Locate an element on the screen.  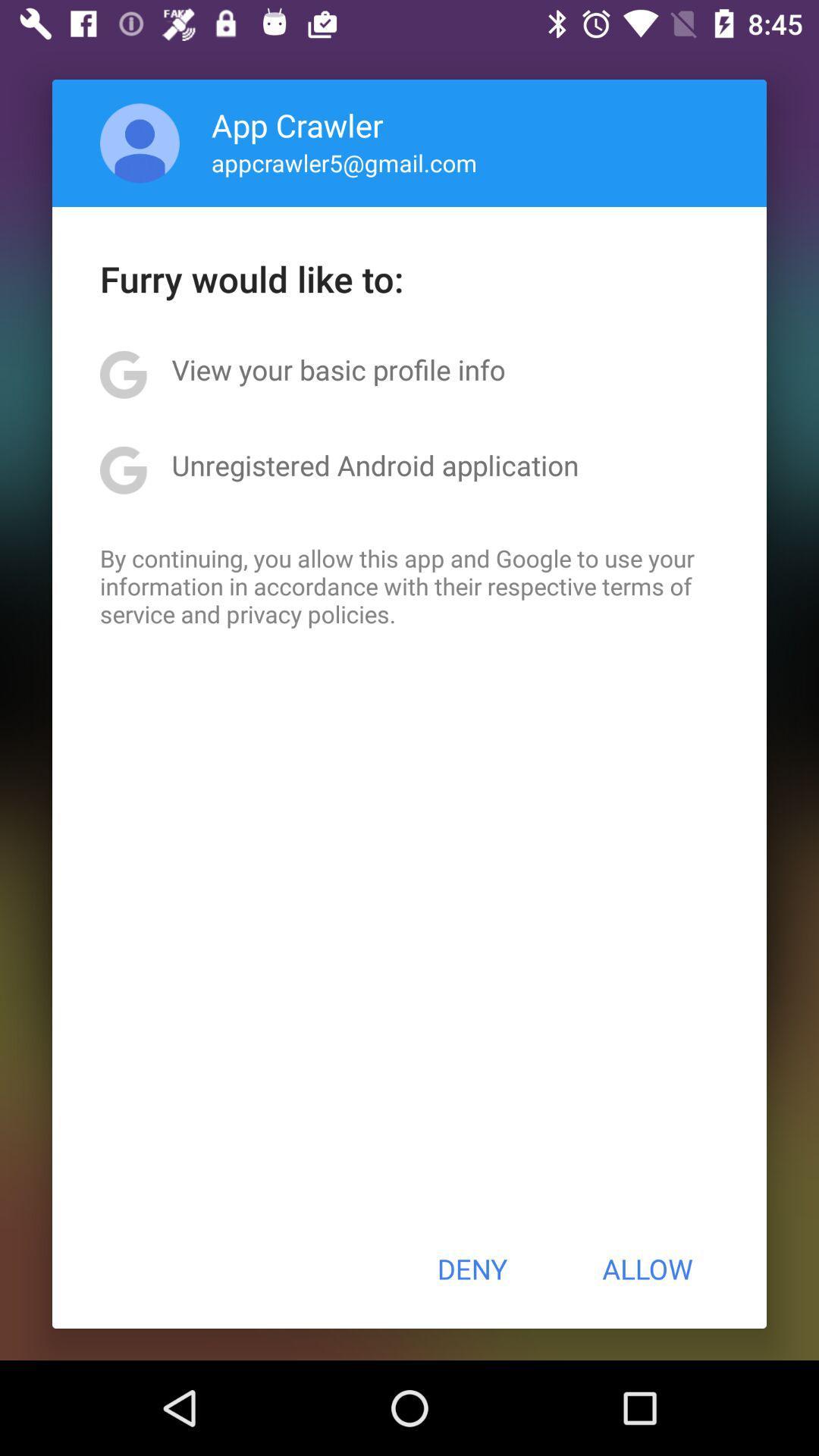
the item above furry would like is located at coordinates (344, 162).